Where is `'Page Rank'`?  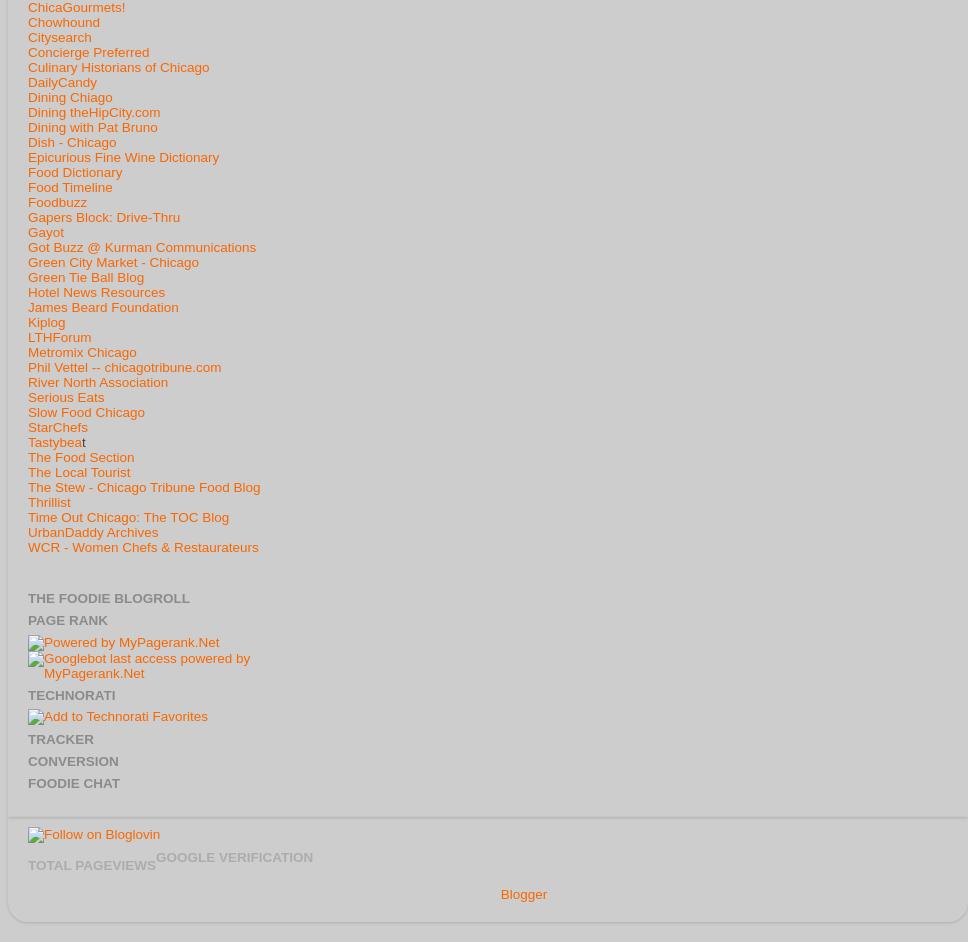
'Page Rank' is located at coordinates (66, 619).